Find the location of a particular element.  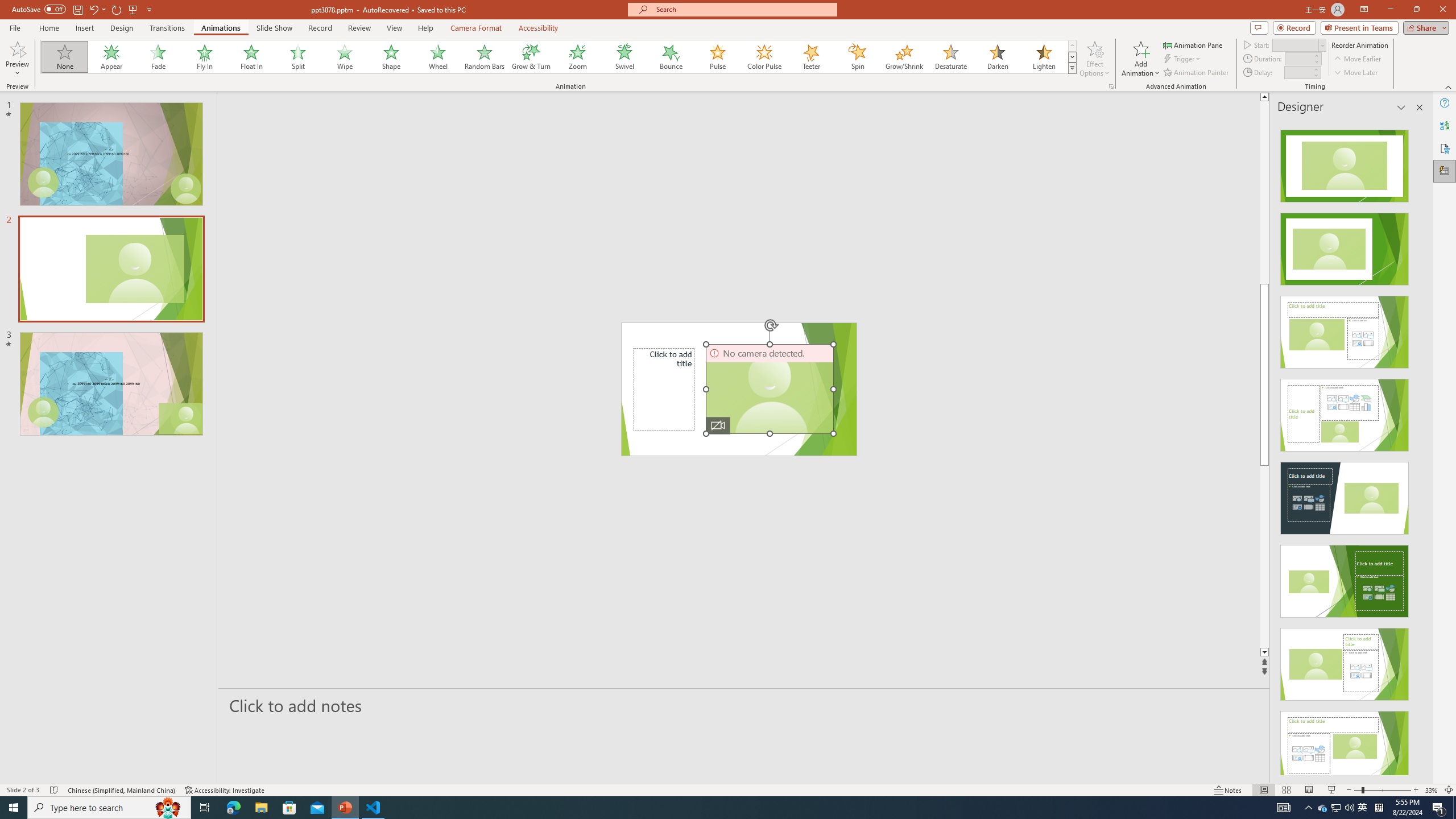

'Recommended Design: Design Idea' is located at coordinates (1345, 162).